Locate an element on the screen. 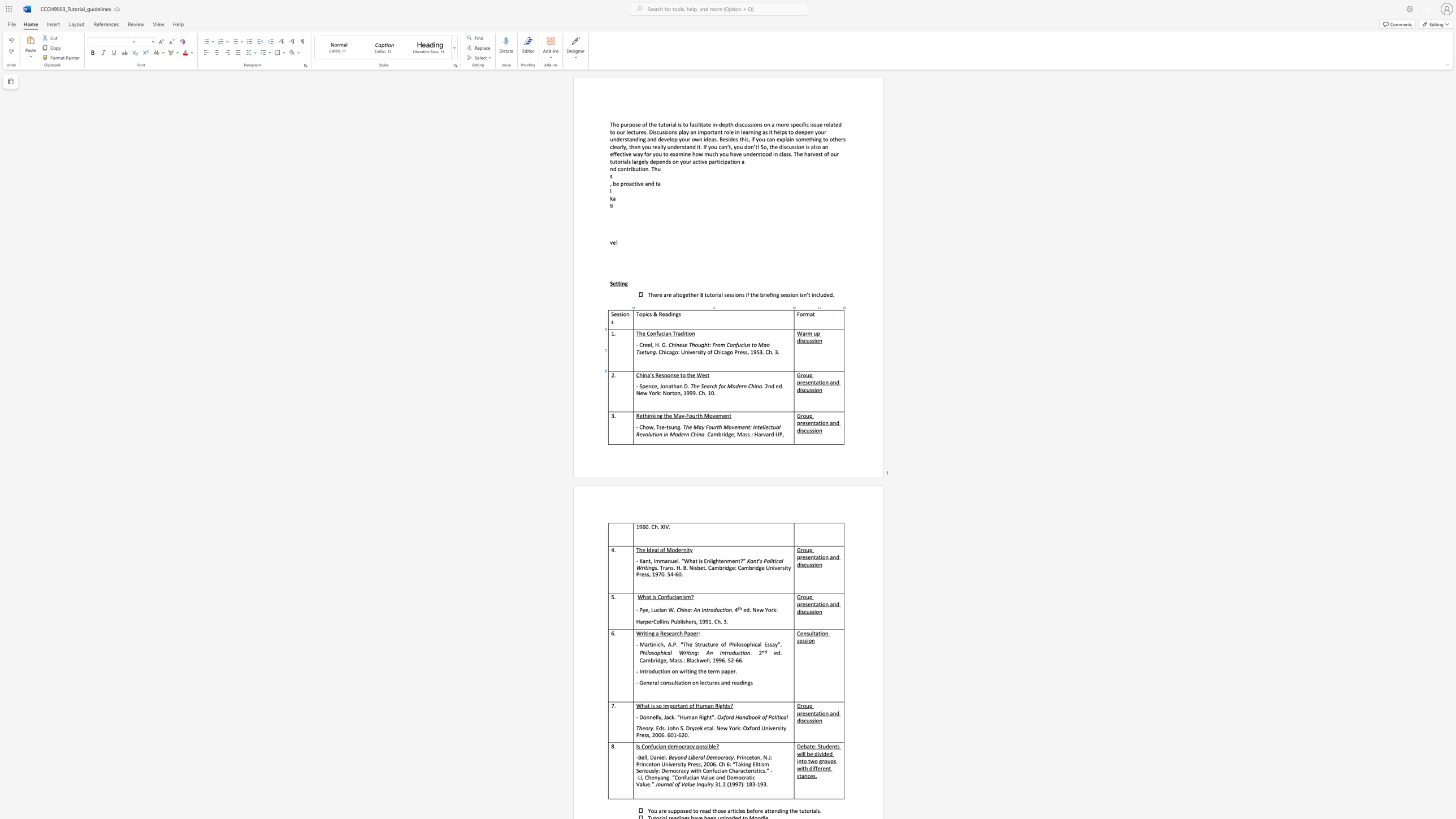 The width and height of the screenshot is (1456, 819). the space between the continuous character "’" and "s" in the text is located at coordinates (651, 375).